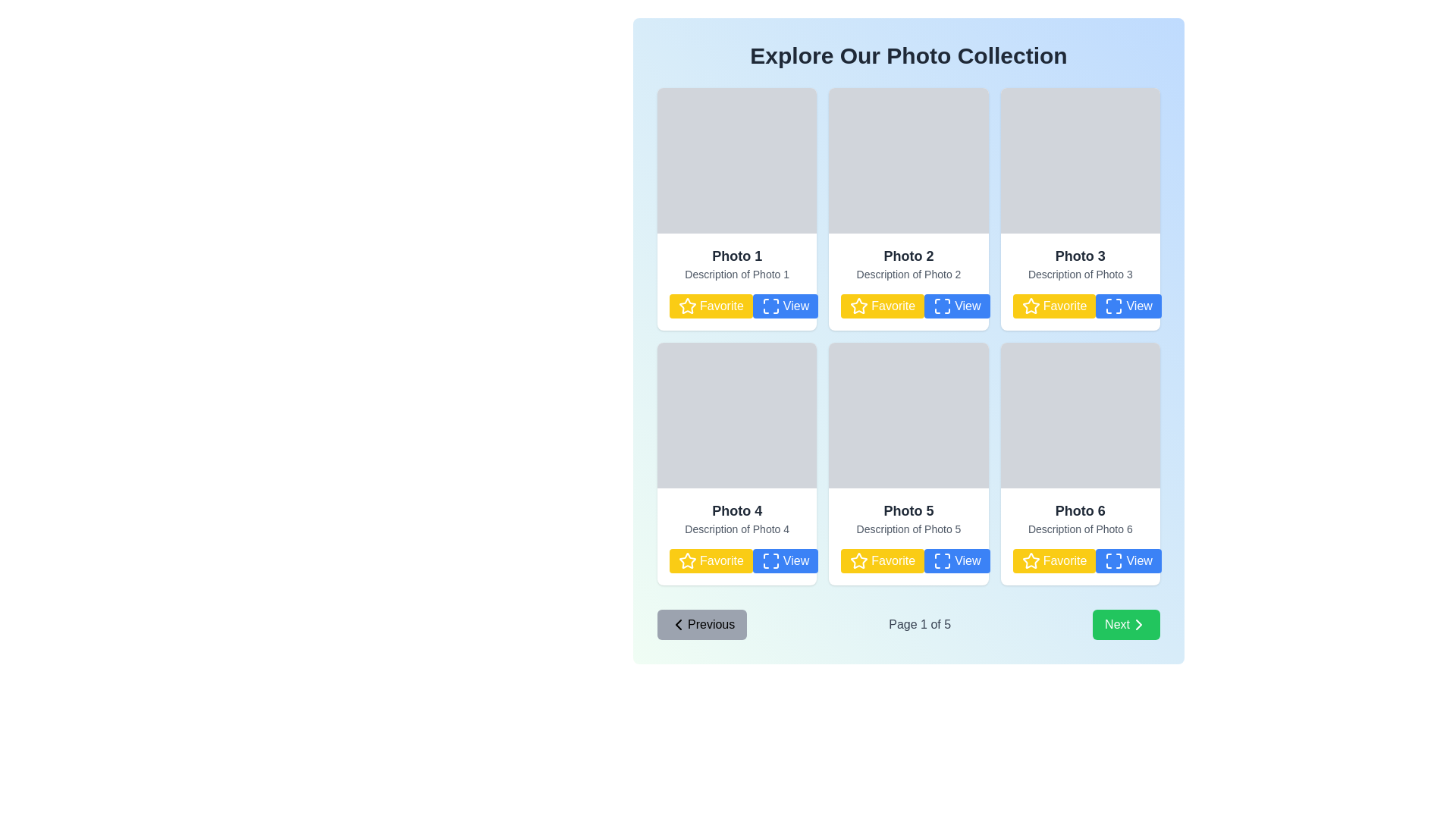 Image resolution: width=1456 pixels, height=819 pixels. I want to click on the yellow star-shaped 'Favorite' icon, so click(687, 306).